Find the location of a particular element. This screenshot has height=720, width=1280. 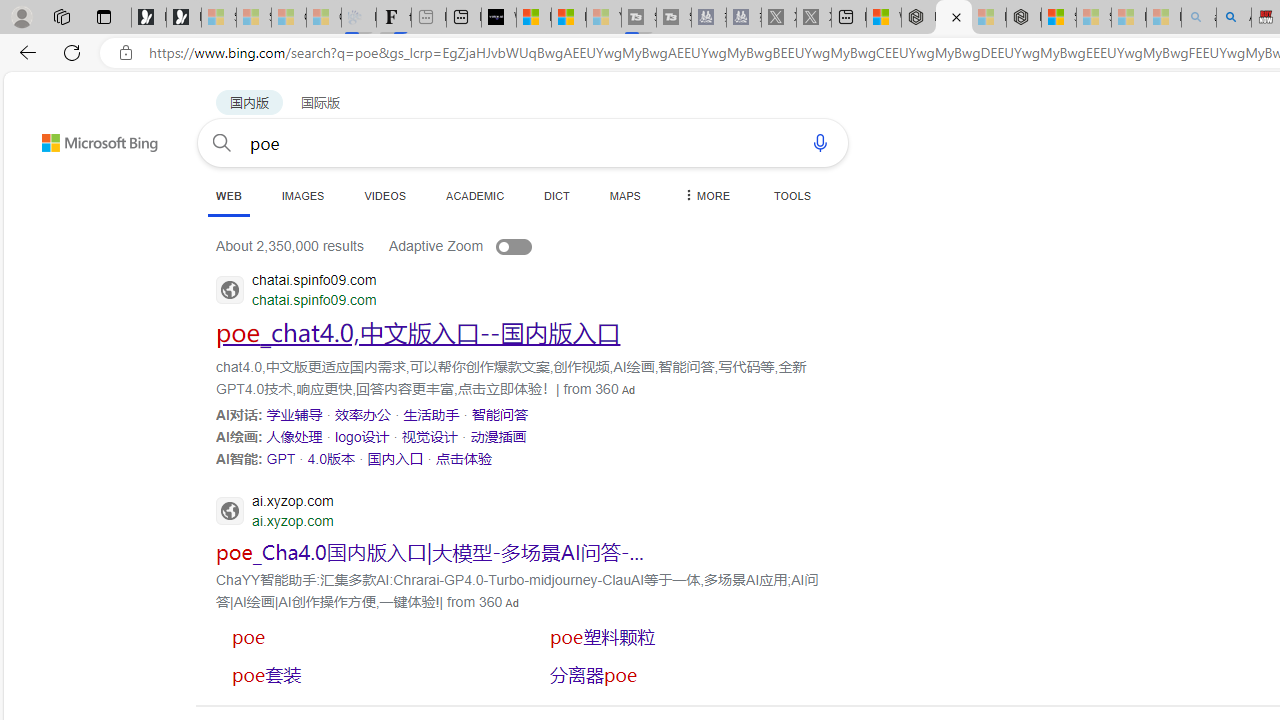

'Close tab' is located at coordinates (955, 17).